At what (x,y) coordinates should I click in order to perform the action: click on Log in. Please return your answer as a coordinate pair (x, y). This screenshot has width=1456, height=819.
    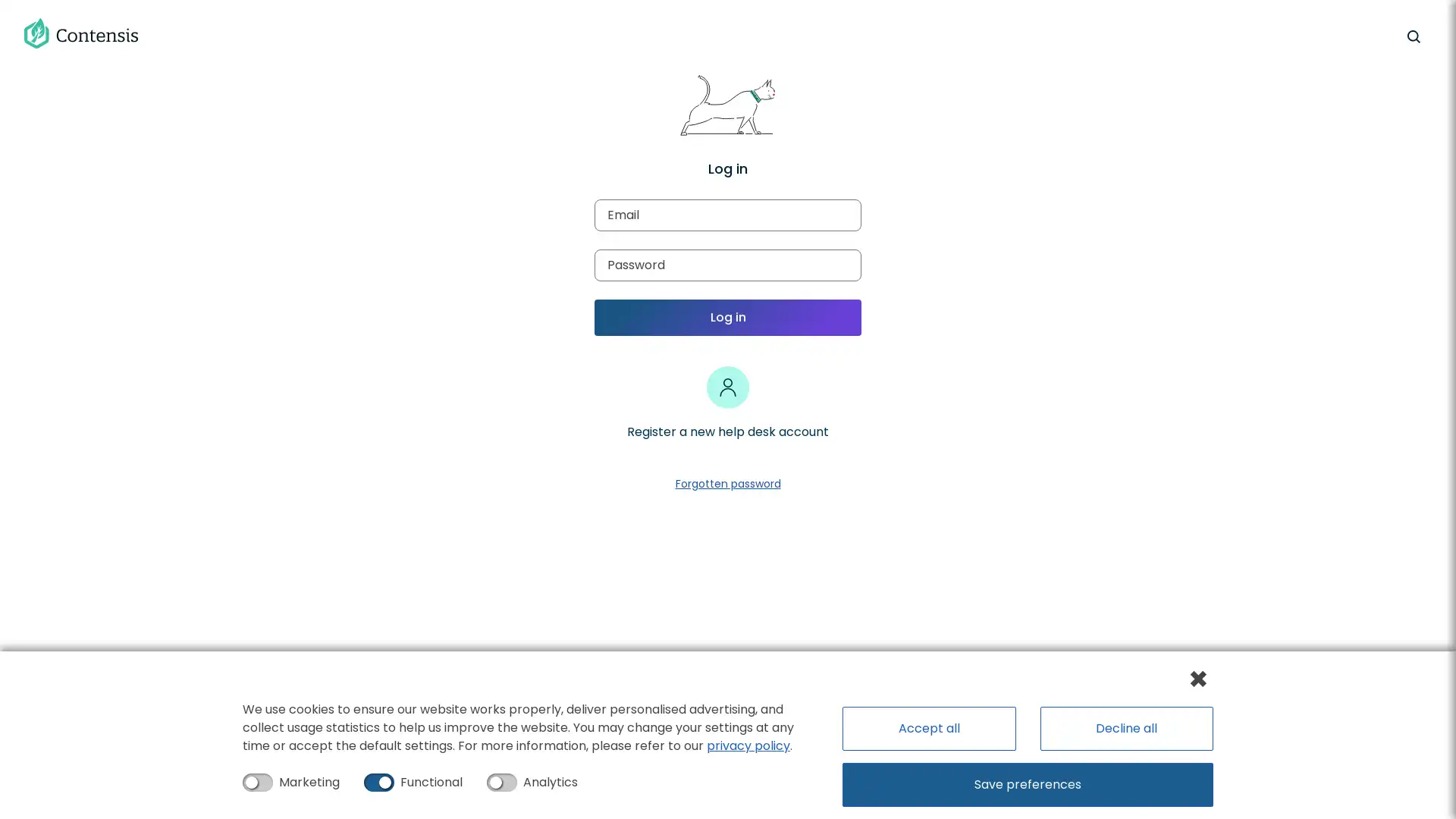
    Looking at the image, I should click on (728, 317).